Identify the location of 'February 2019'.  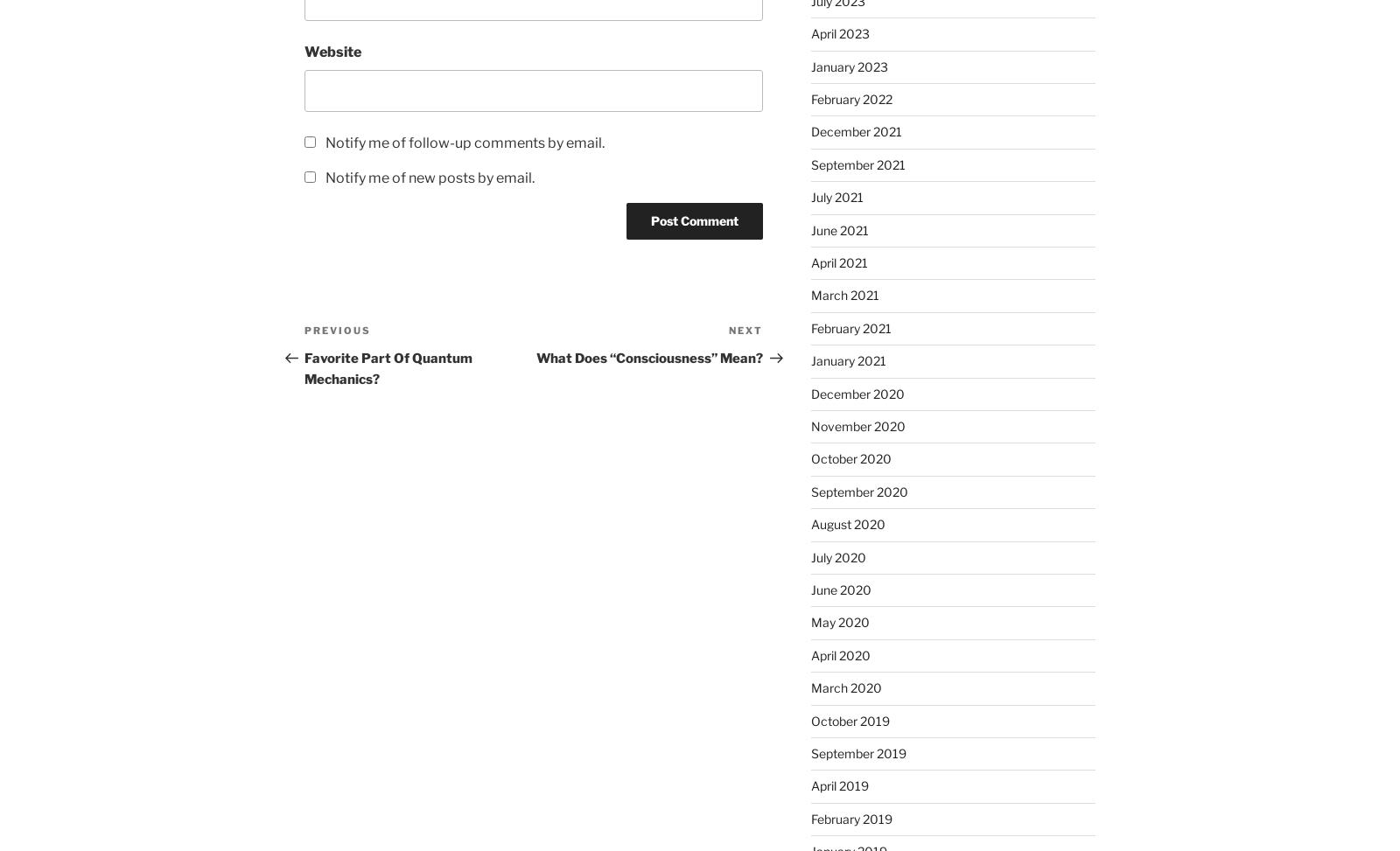
(850, 817).